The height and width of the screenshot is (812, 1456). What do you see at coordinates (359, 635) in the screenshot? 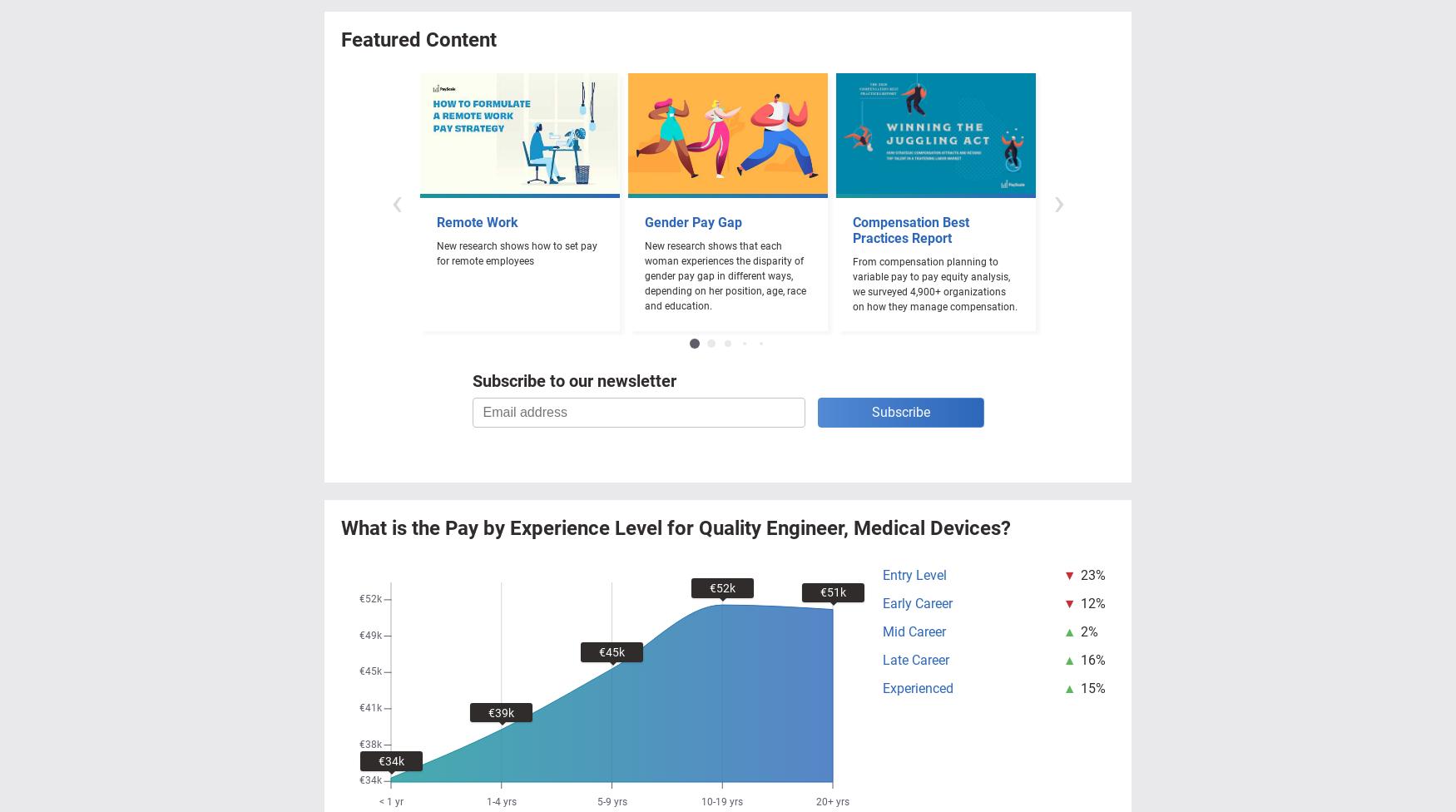
I see `'€49k'` at bounding box center [359, 635].